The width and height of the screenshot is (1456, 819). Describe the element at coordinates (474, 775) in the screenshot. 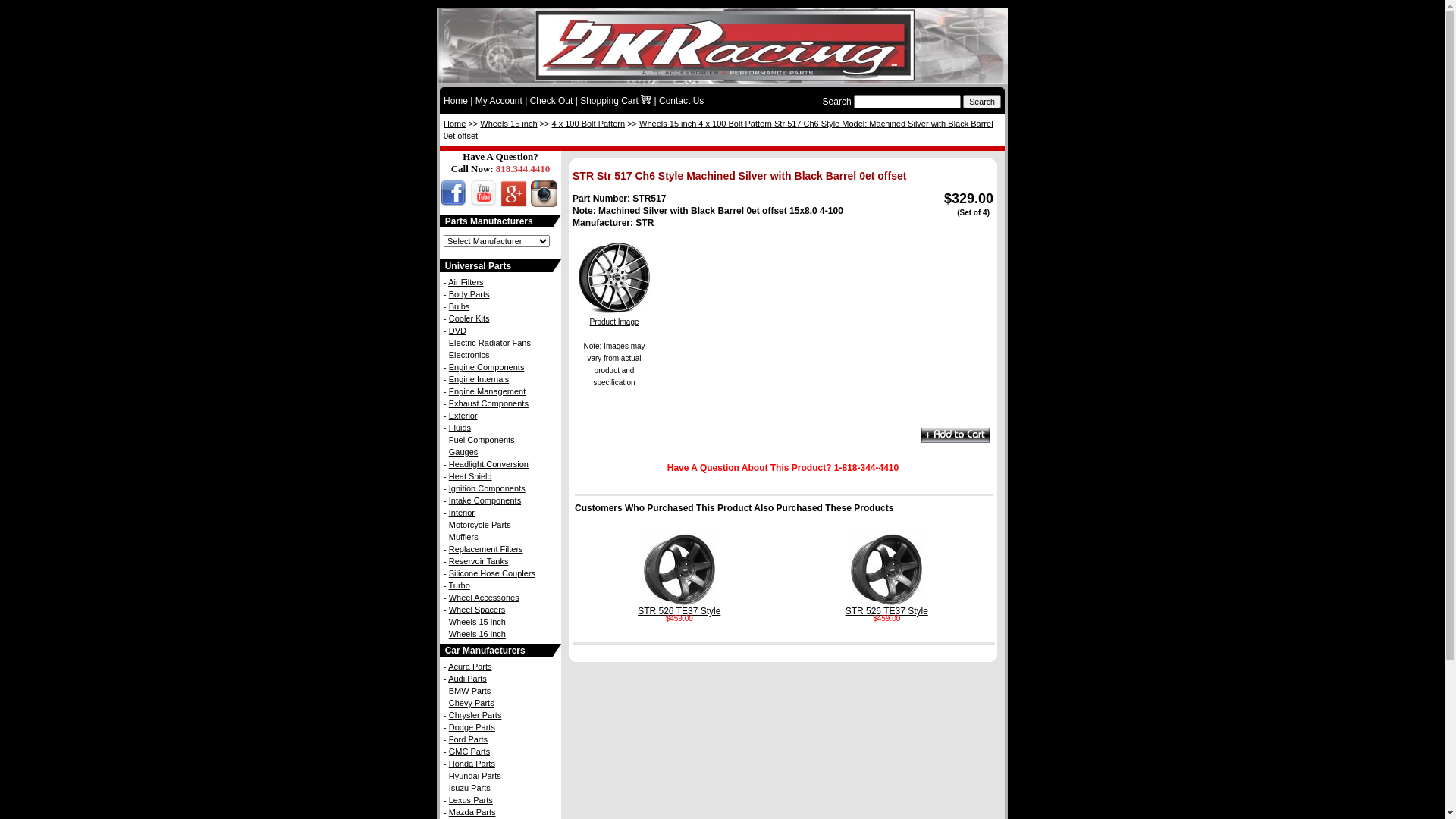

I see `'Hyundai Parts'` at that location.